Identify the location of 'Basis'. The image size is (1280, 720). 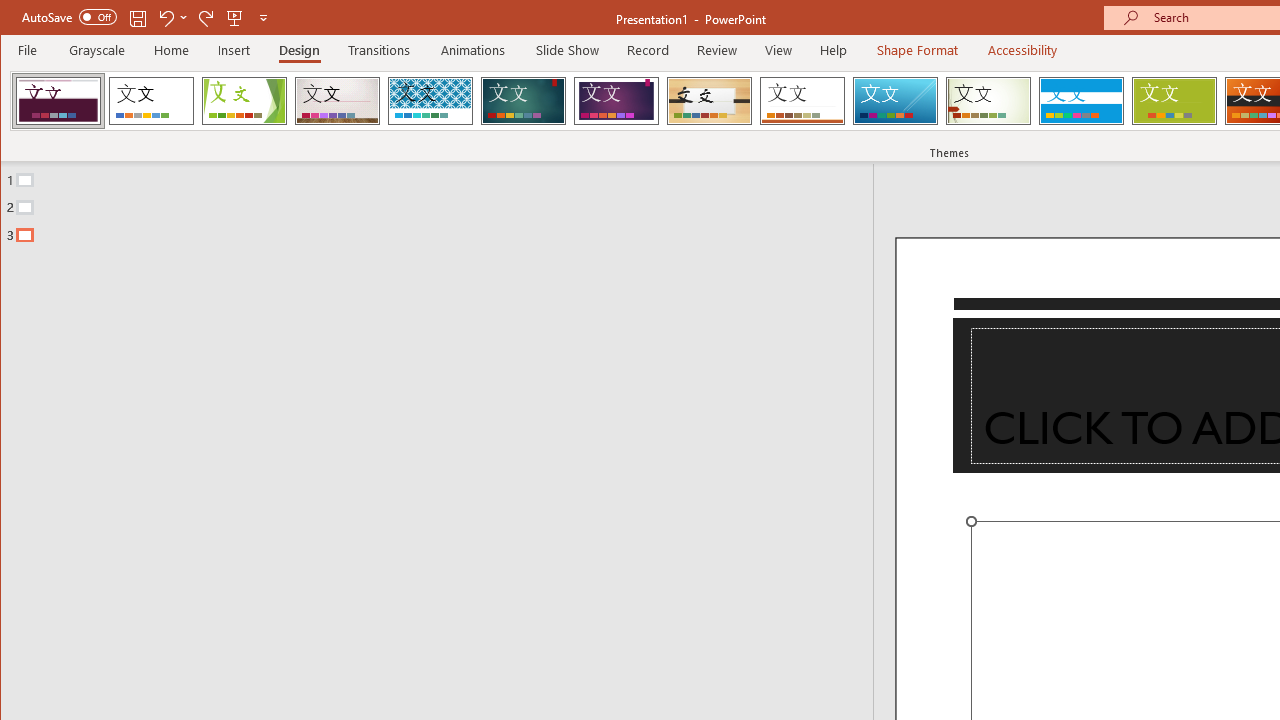
(1174, 100).